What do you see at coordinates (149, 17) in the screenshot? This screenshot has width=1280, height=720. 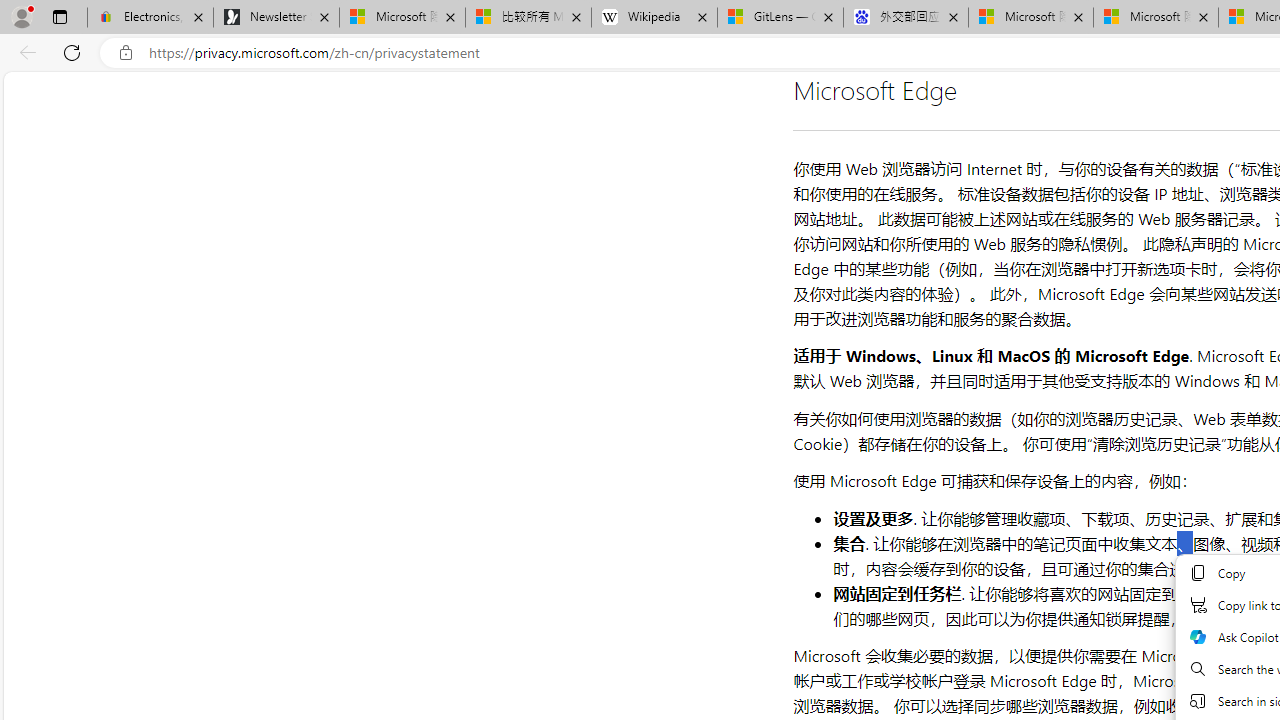 I see `'Electronics, Cars, Fashion, Collectibles & More | eBay'` at bounding box center [149, 17].